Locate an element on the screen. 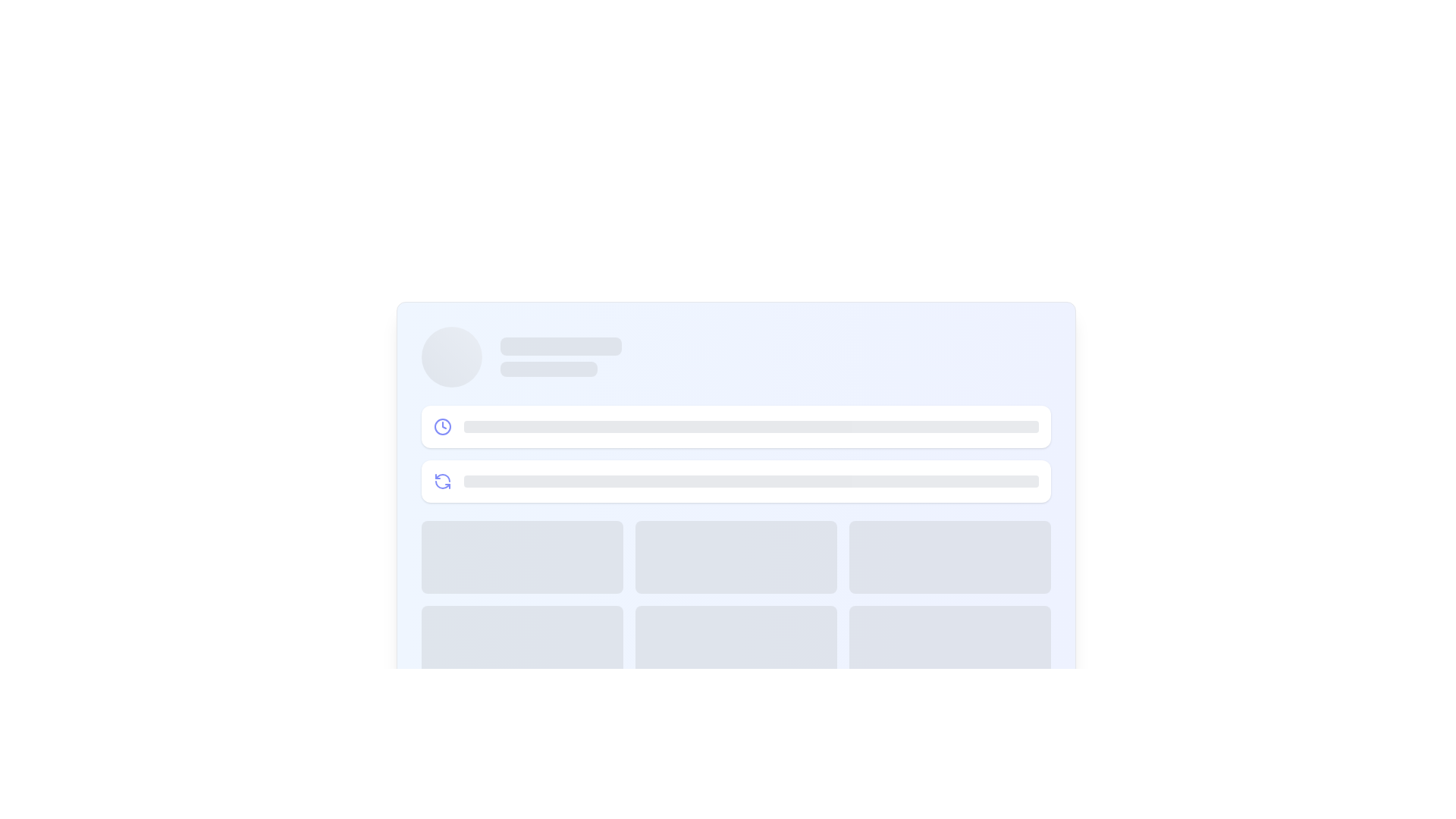 This screenshot has height=819, width=1456. the gray rectangular block with rounded corners located in the first row and third column of the grid structure is located at coordinates (949, 557).